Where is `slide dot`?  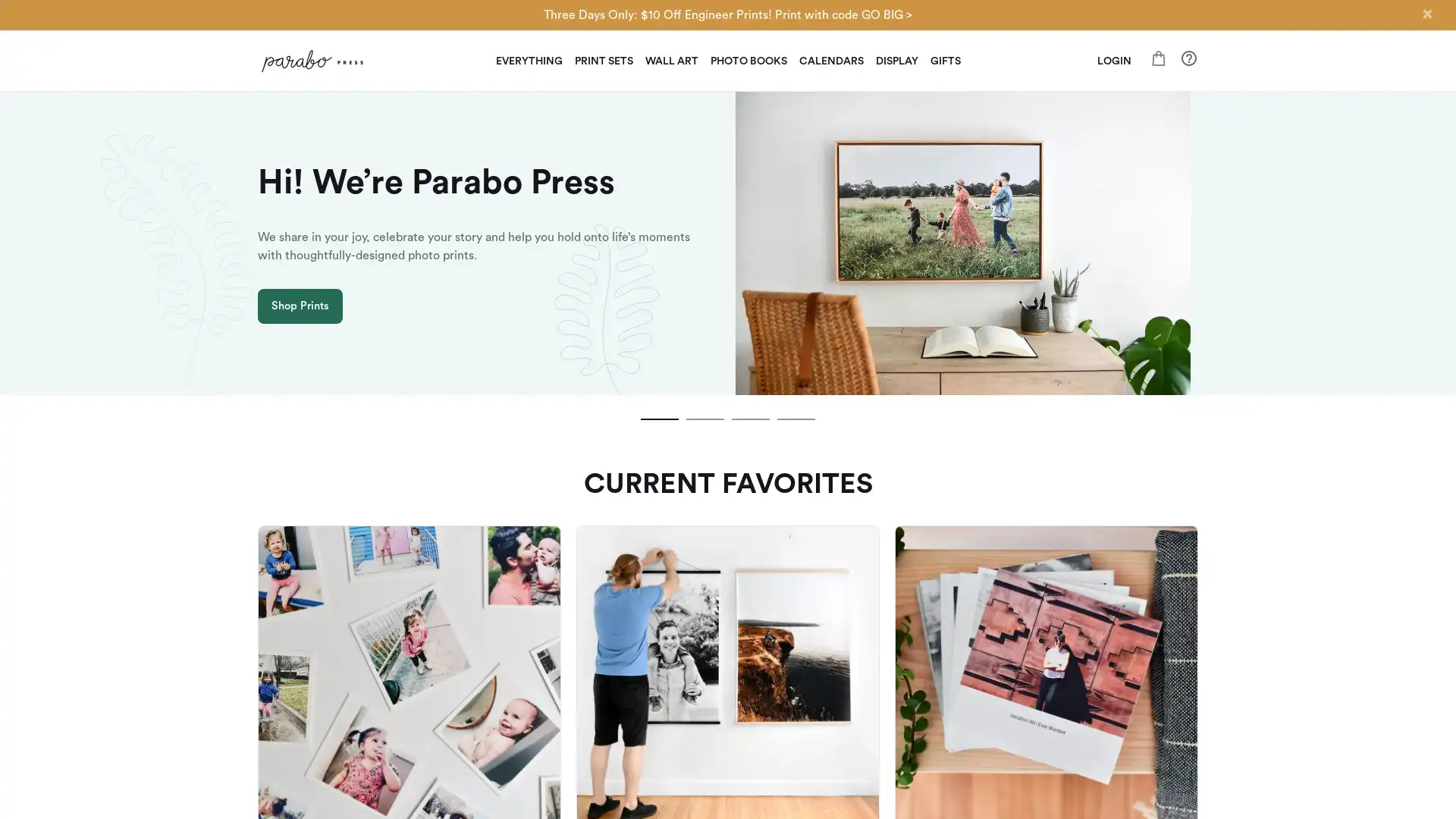 slide dot is located at coordinates (795, 419).